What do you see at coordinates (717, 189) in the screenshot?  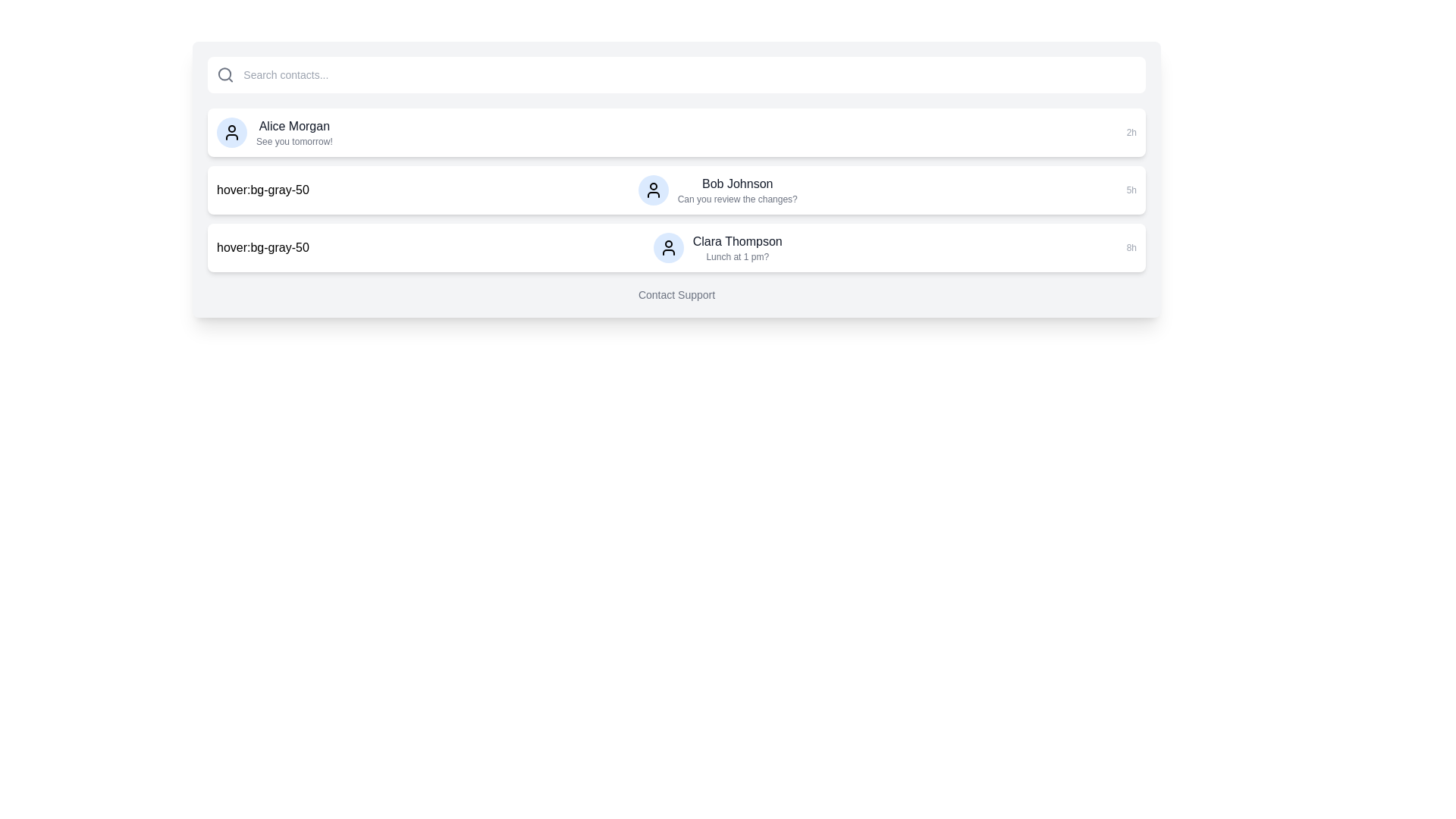 I see `to select the User contact preview item for 'Bob Johnson' which features a rounded avatar with a light blue background and bold text indicating the name, along with a lighter gray message underneath` at bounding box center [717, 189].